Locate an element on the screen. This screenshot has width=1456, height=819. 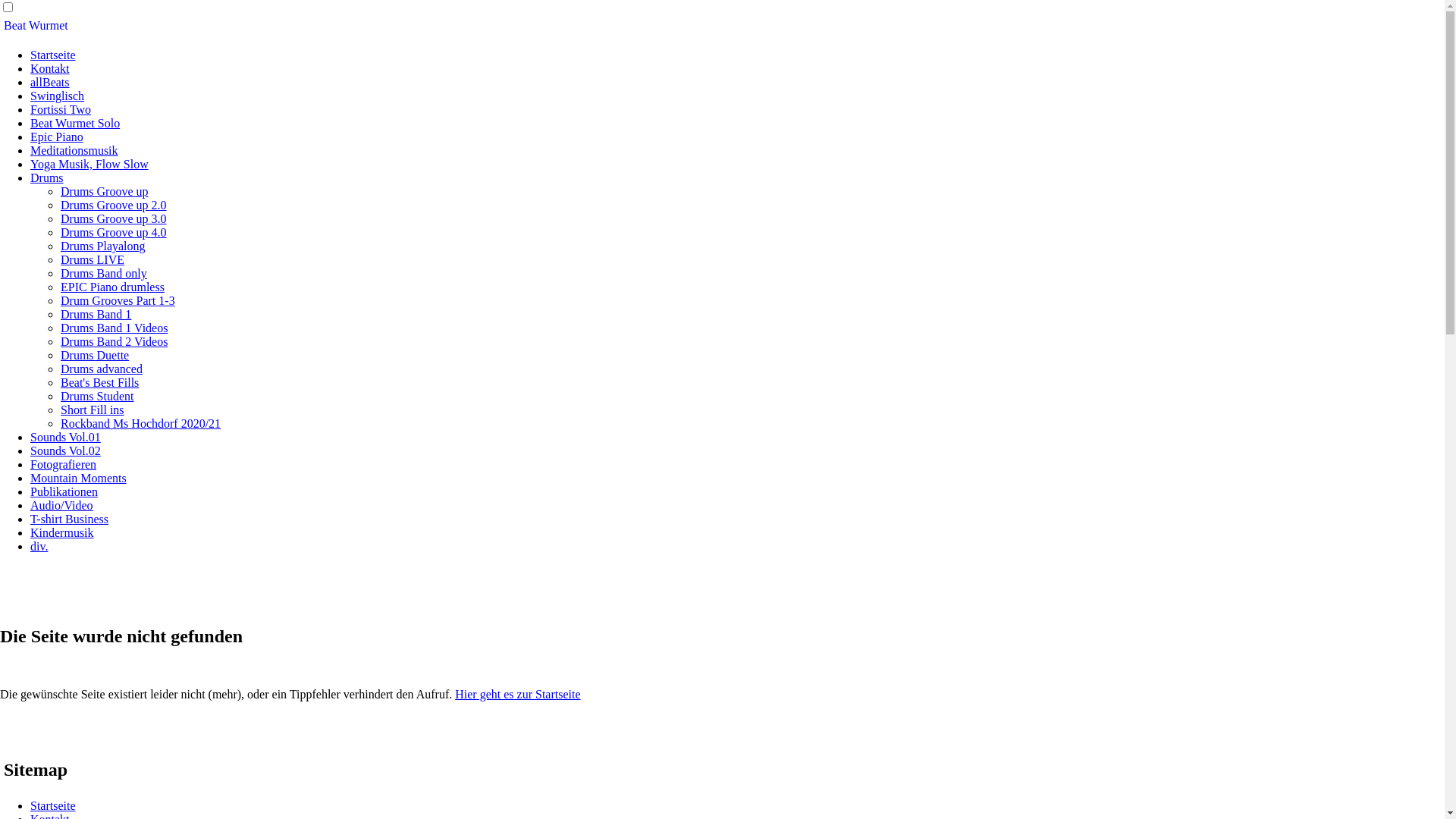
'Audio/Video' is located at coordinates (61, 505).